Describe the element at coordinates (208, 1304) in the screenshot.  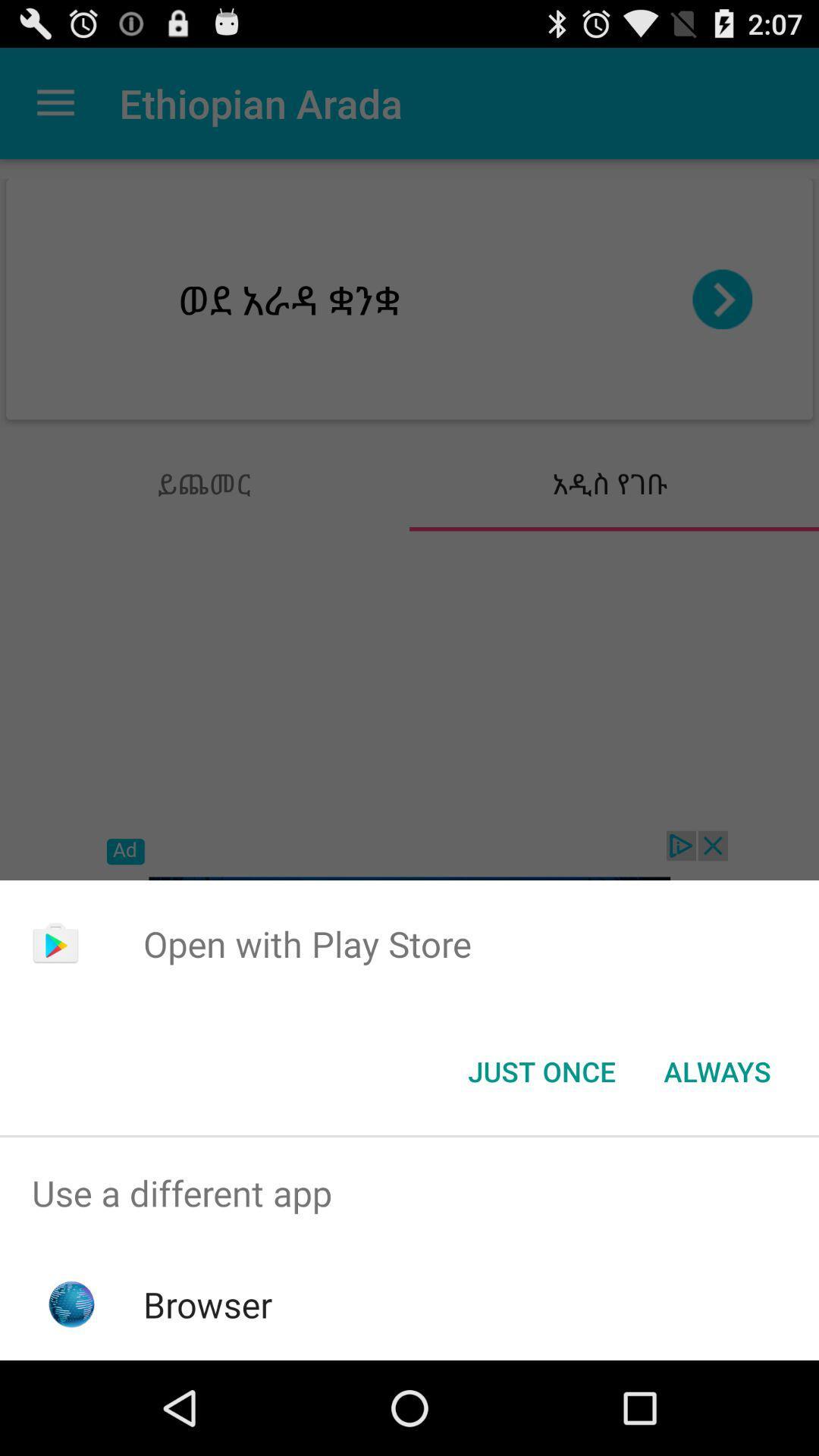
I see `the browser icon` at that location.